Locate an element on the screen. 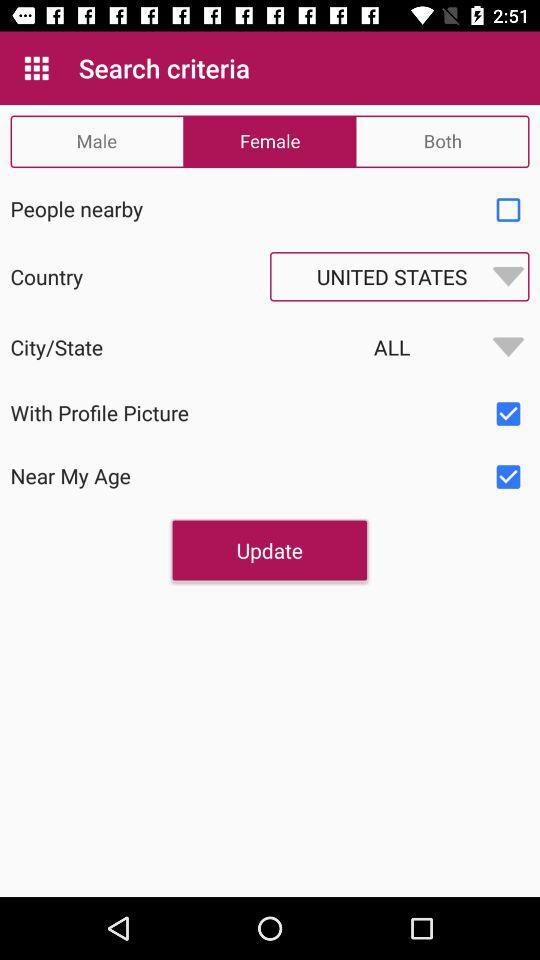  criteria is located at coordinates (508, 477).